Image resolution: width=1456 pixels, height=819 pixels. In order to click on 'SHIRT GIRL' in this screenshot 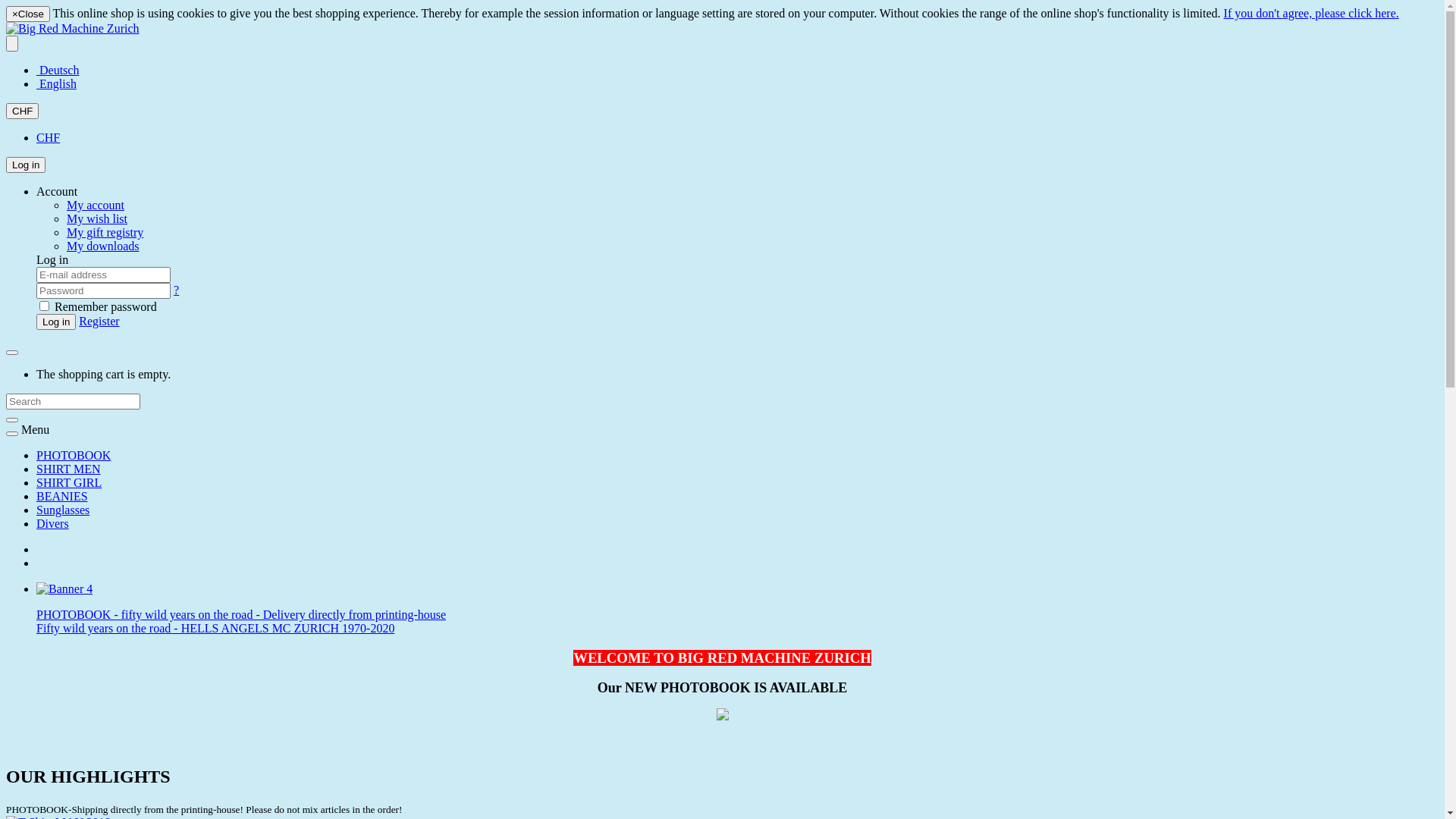, I will do `click(68, 482)`.